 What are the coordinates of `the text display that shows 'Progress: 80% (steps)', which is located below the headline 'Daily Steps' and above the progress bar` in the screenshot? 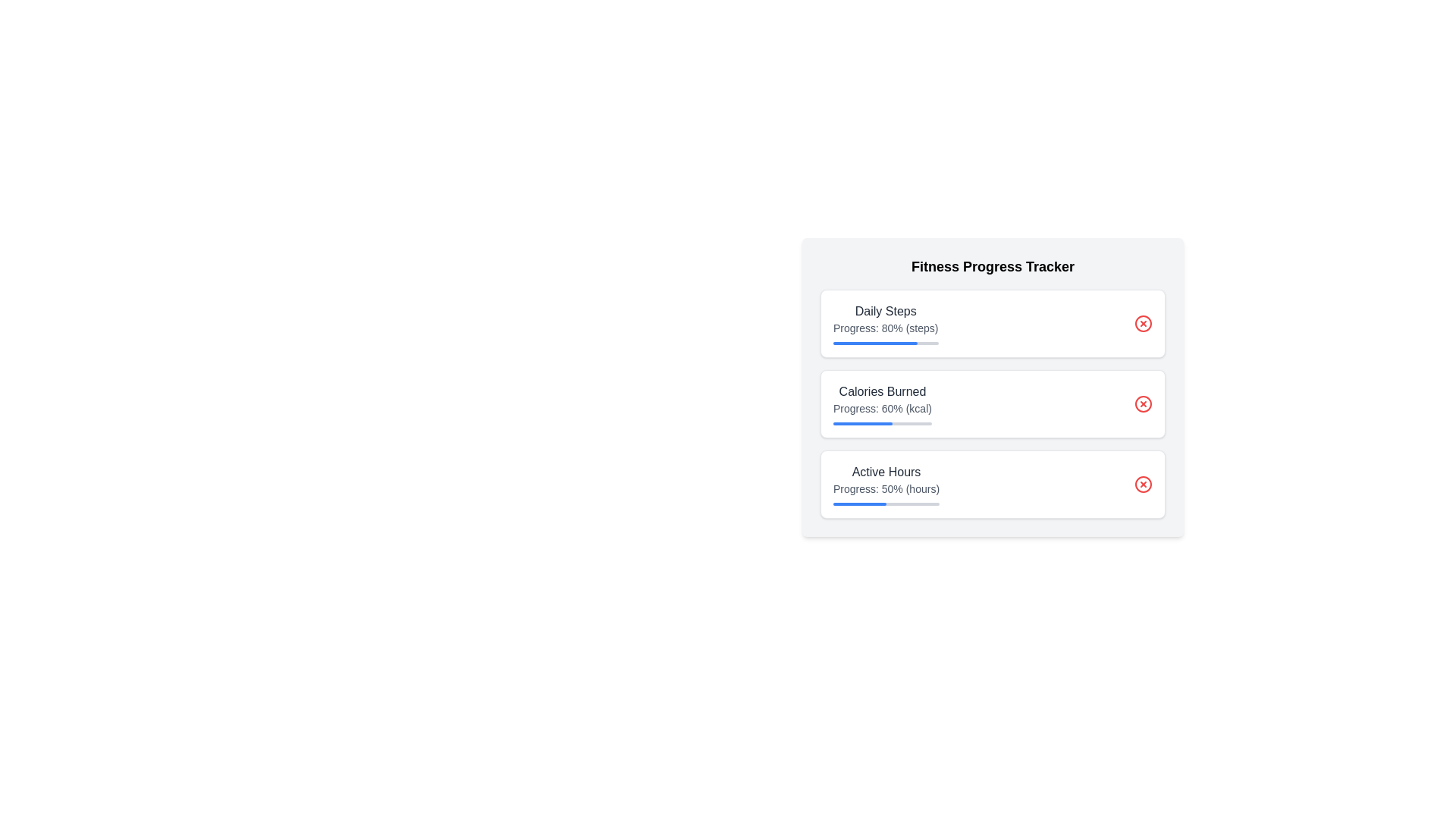 It's located at (886, 327).